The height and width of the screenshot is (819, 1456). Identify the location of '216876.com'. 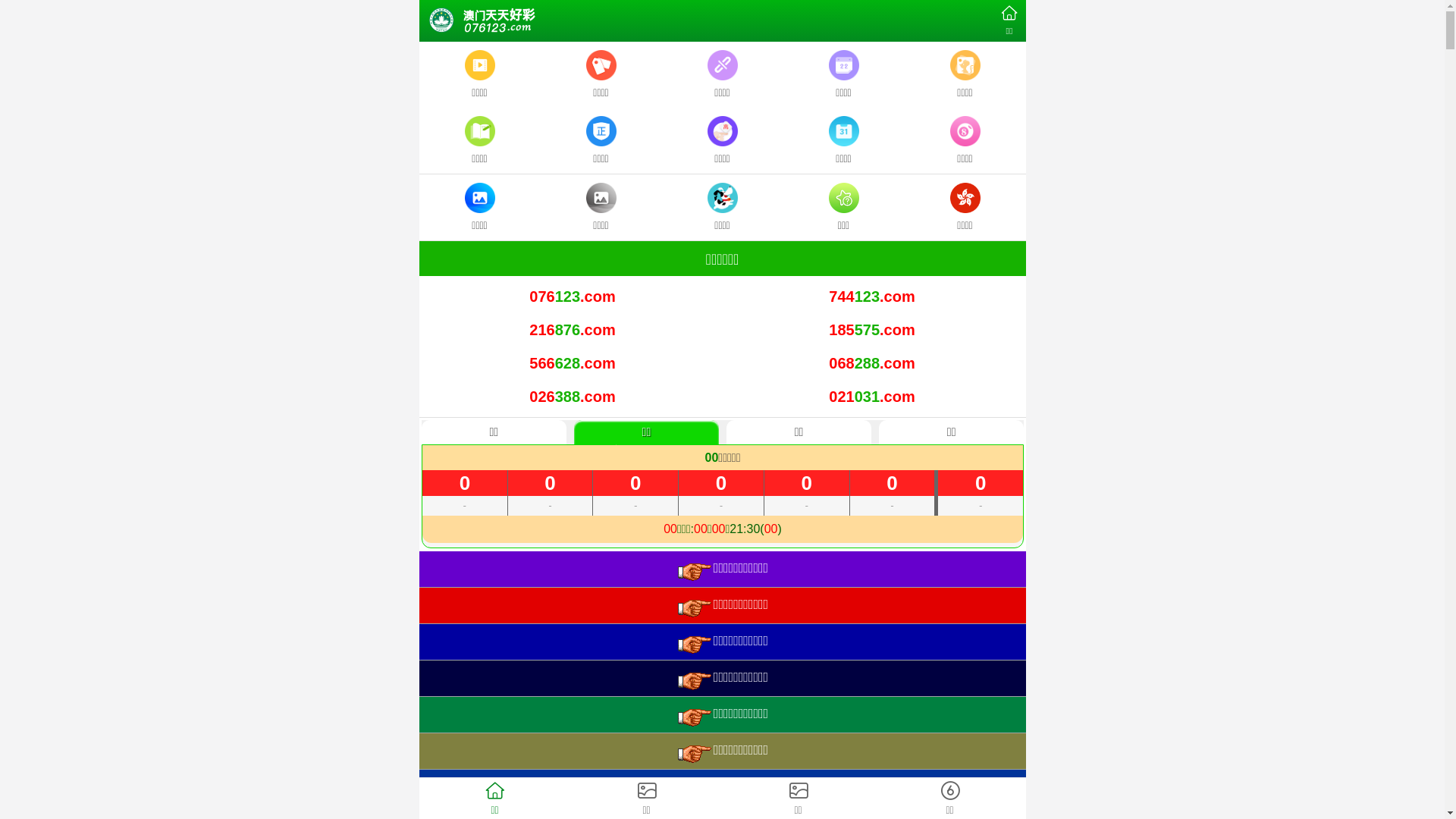
(572, 329).